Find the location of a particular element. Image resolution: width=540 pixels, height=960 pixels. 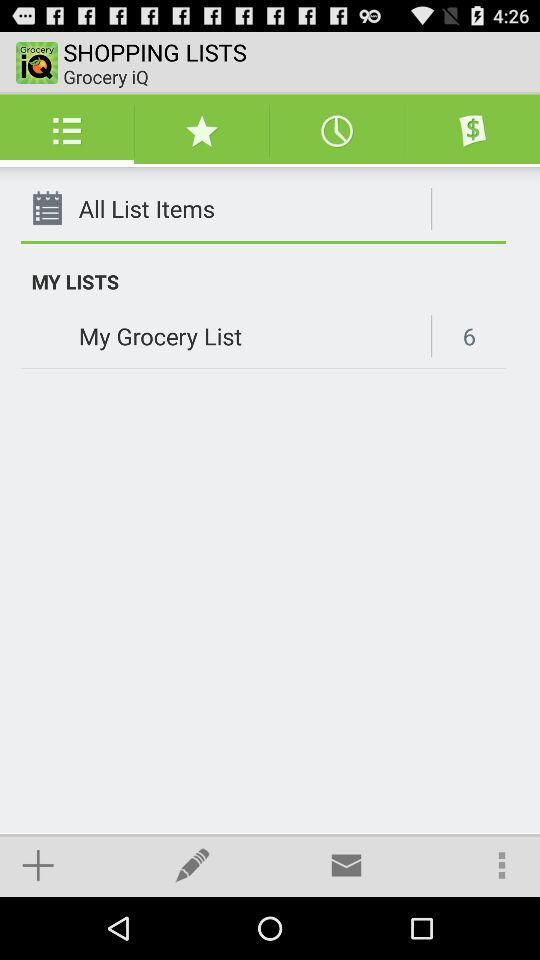

icon at the bottom right corner is located at coordinates (500, 864).